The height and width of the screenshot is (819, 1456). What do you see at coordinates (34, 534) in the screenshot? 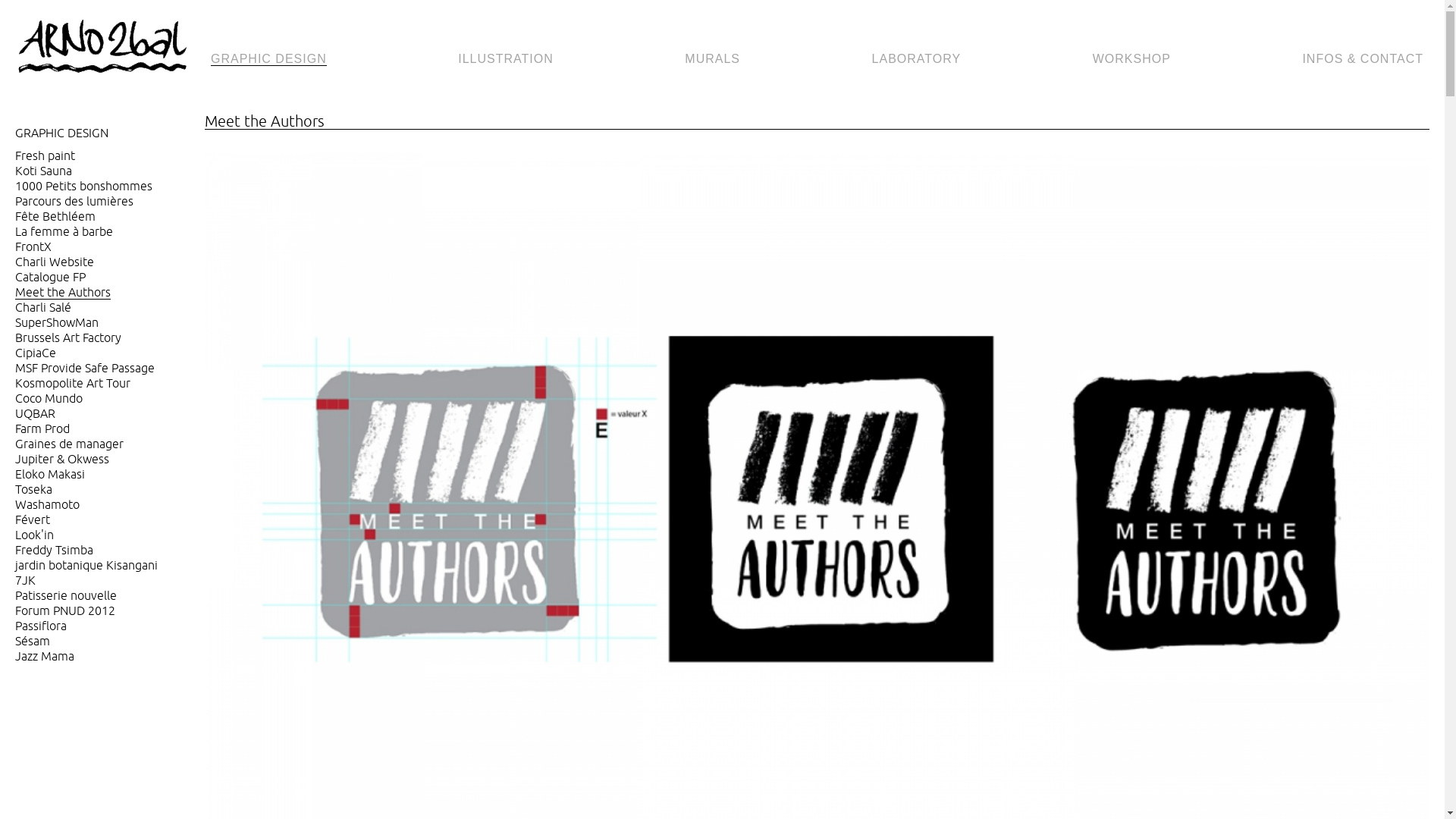
I see `'Look'in'` at bounding box center [34, 534].